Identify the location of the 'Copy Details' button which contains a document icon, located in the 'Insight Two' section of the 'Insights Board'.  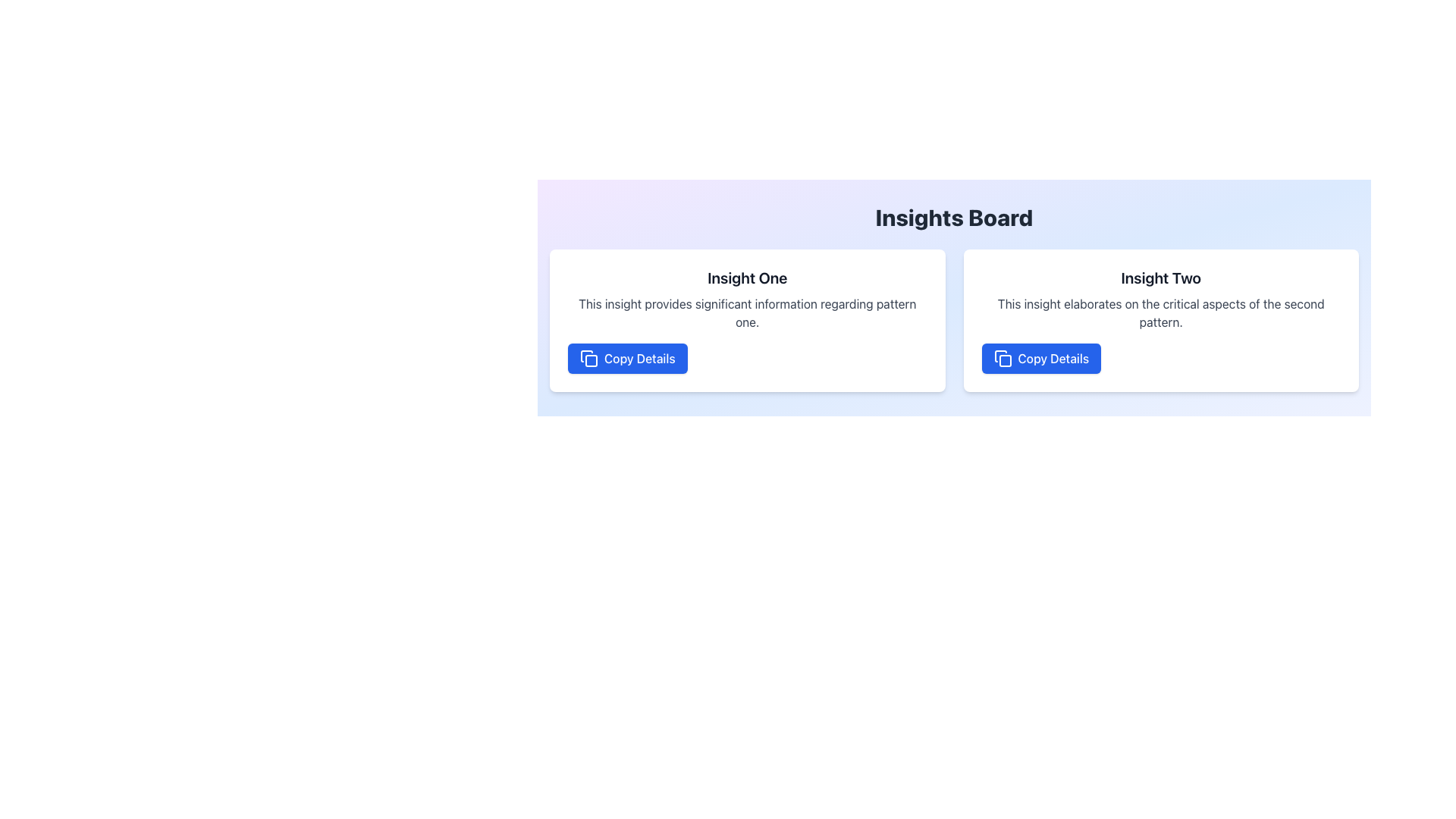
(1000, 356).